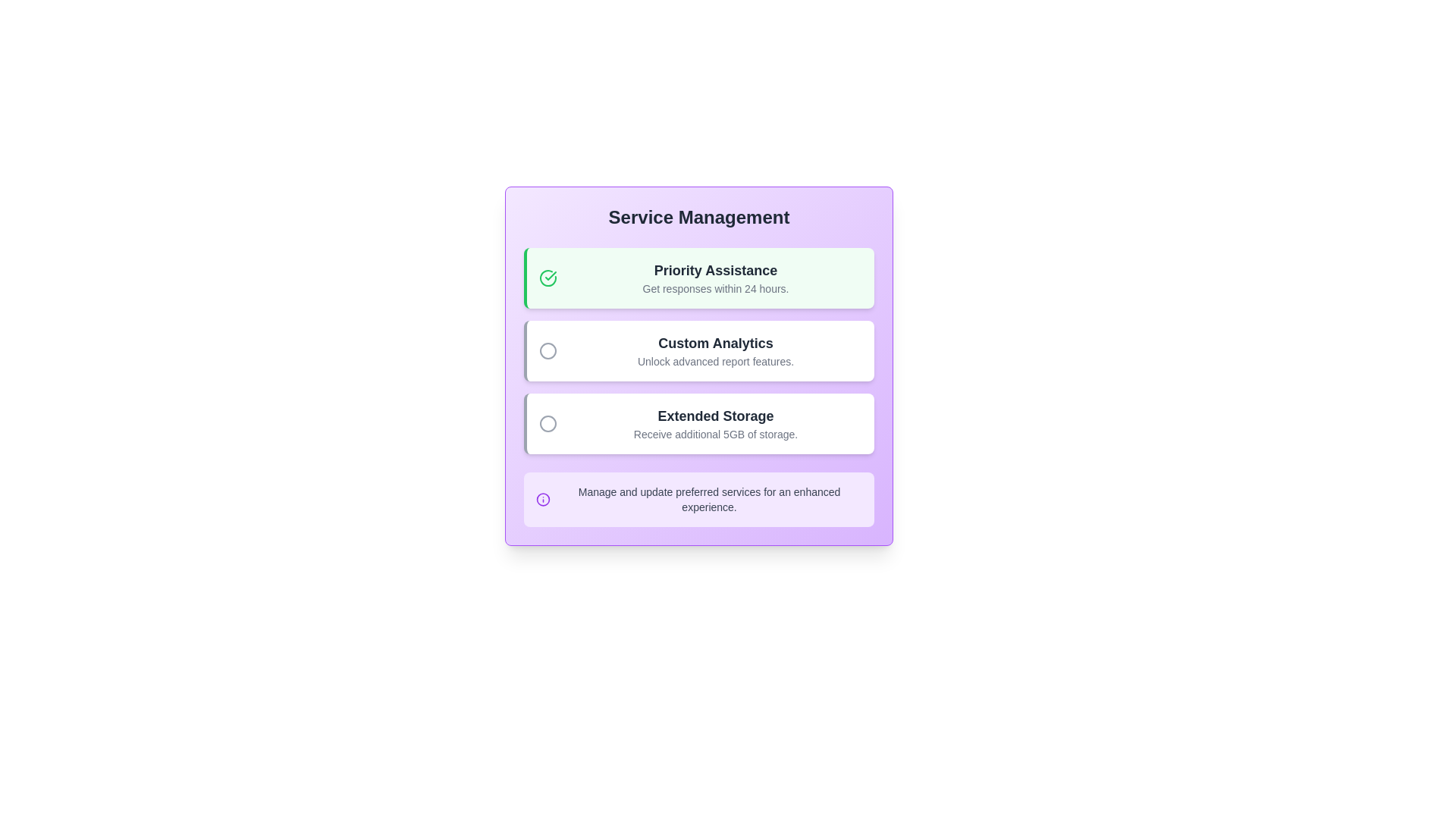  What do you see at coordinates (715, 270) in the screenshot?
I see `the 'Priority Assistance' text label, which serves as the title for the feature and is positioned above the text 'Get responses within 24 hours.'` at bounding box center [715, 270].